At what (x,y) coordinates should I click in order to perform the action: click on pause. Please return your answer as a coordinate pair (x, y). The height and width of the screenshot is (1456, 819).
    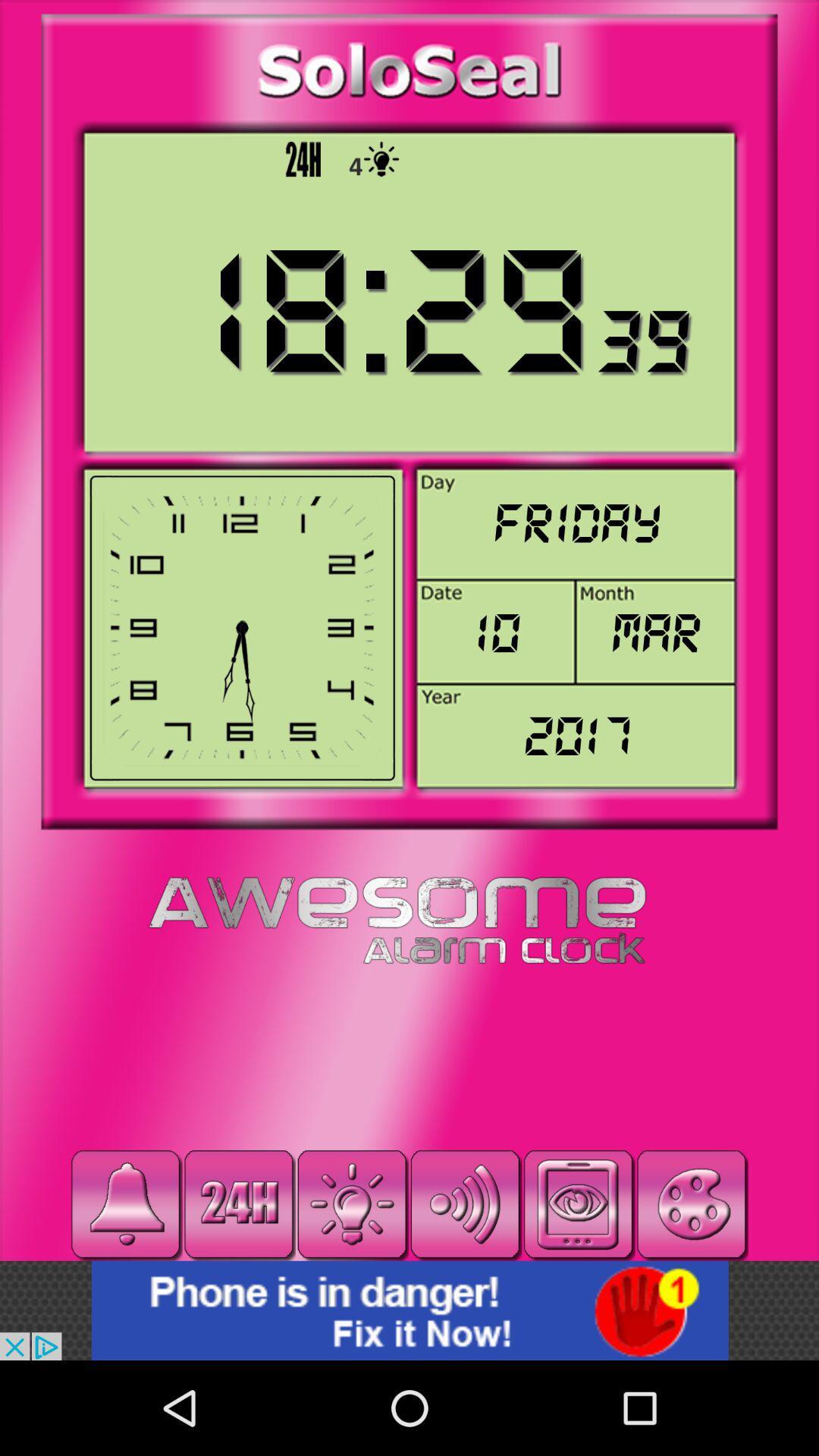
    Looking at the image, I should click on (579, 1203).